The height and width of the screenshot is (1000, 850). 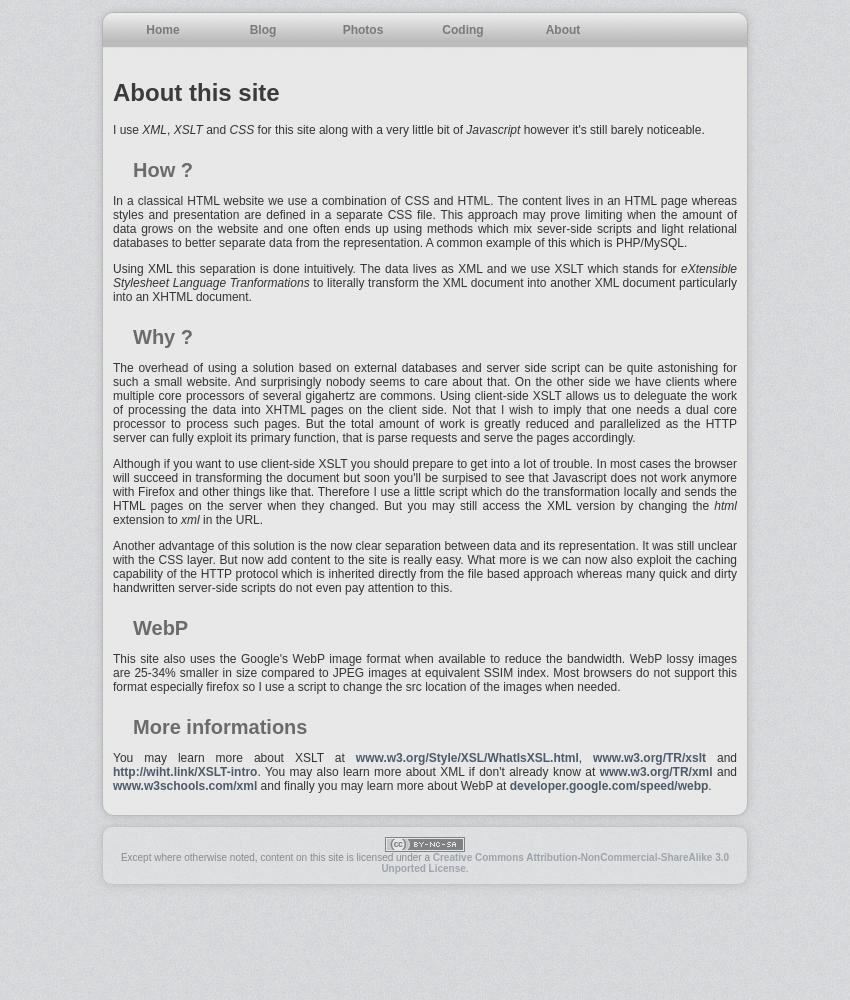 I want to click on 'in the URL.', so click(x=231, y=520).